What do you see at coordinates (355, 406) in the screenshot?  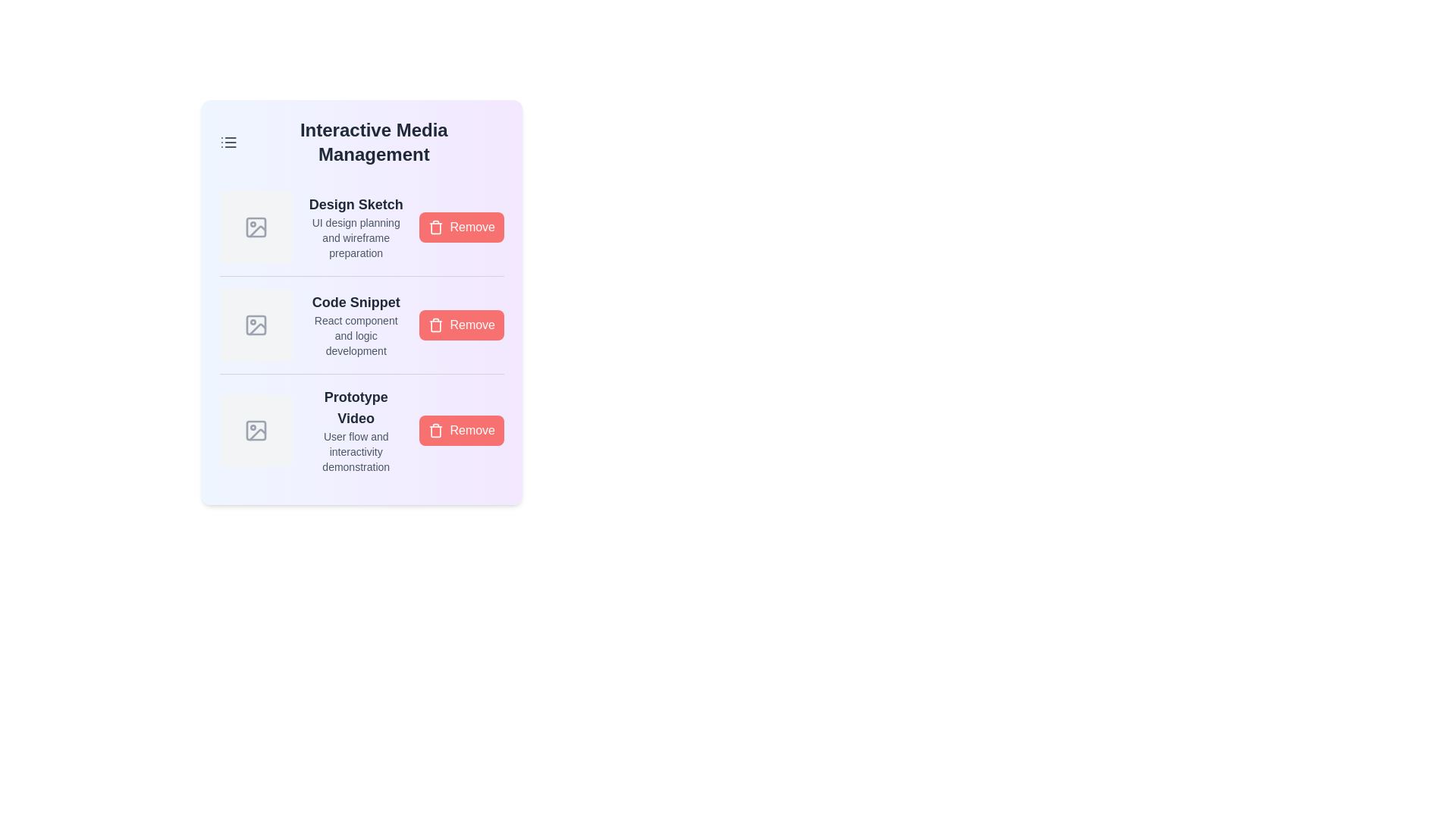 I see `the media name Prototype Video to highlight it for copying` at bounding box center [355, 406].